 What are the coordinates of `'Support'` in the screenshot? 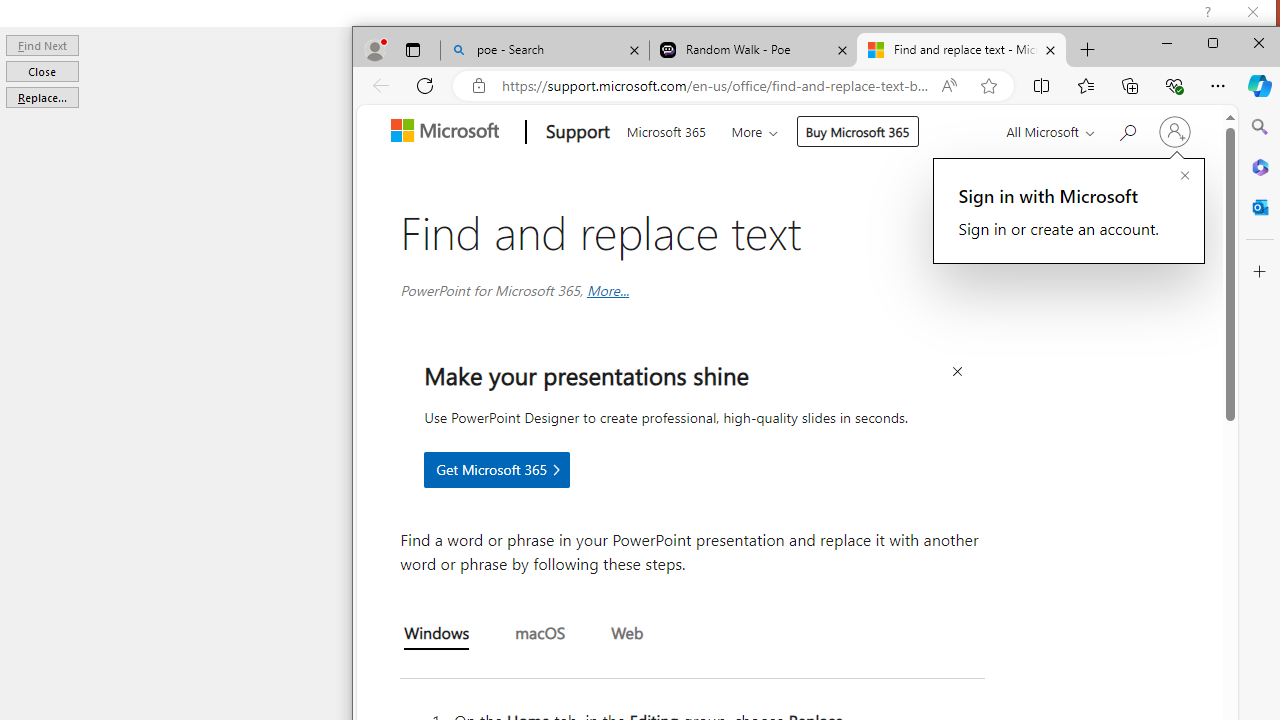 It's located at (575, 132).